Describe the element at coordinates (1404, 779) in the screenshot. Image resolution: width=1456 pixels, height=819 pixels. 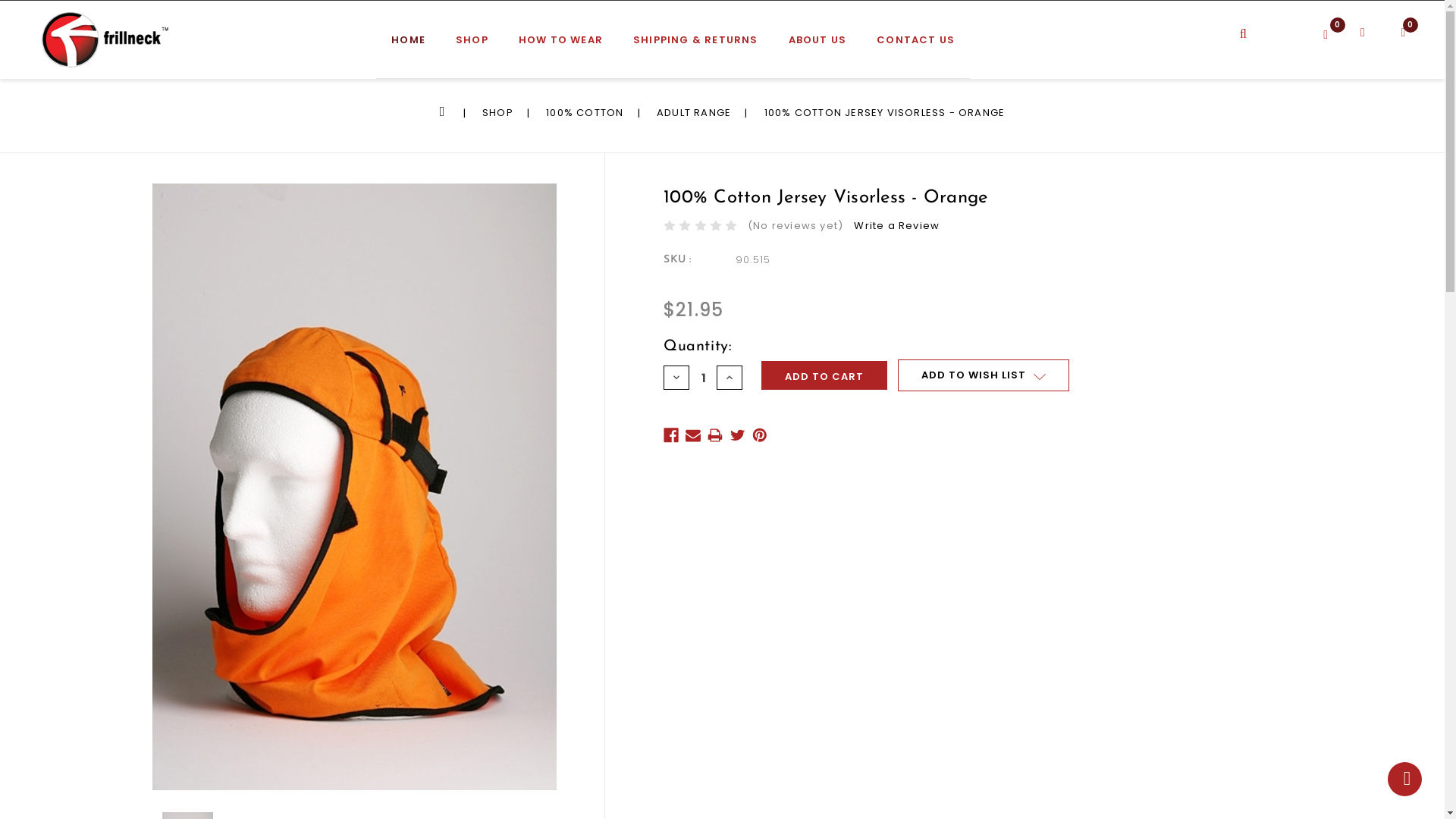
I see `'Scroll'` at that location.